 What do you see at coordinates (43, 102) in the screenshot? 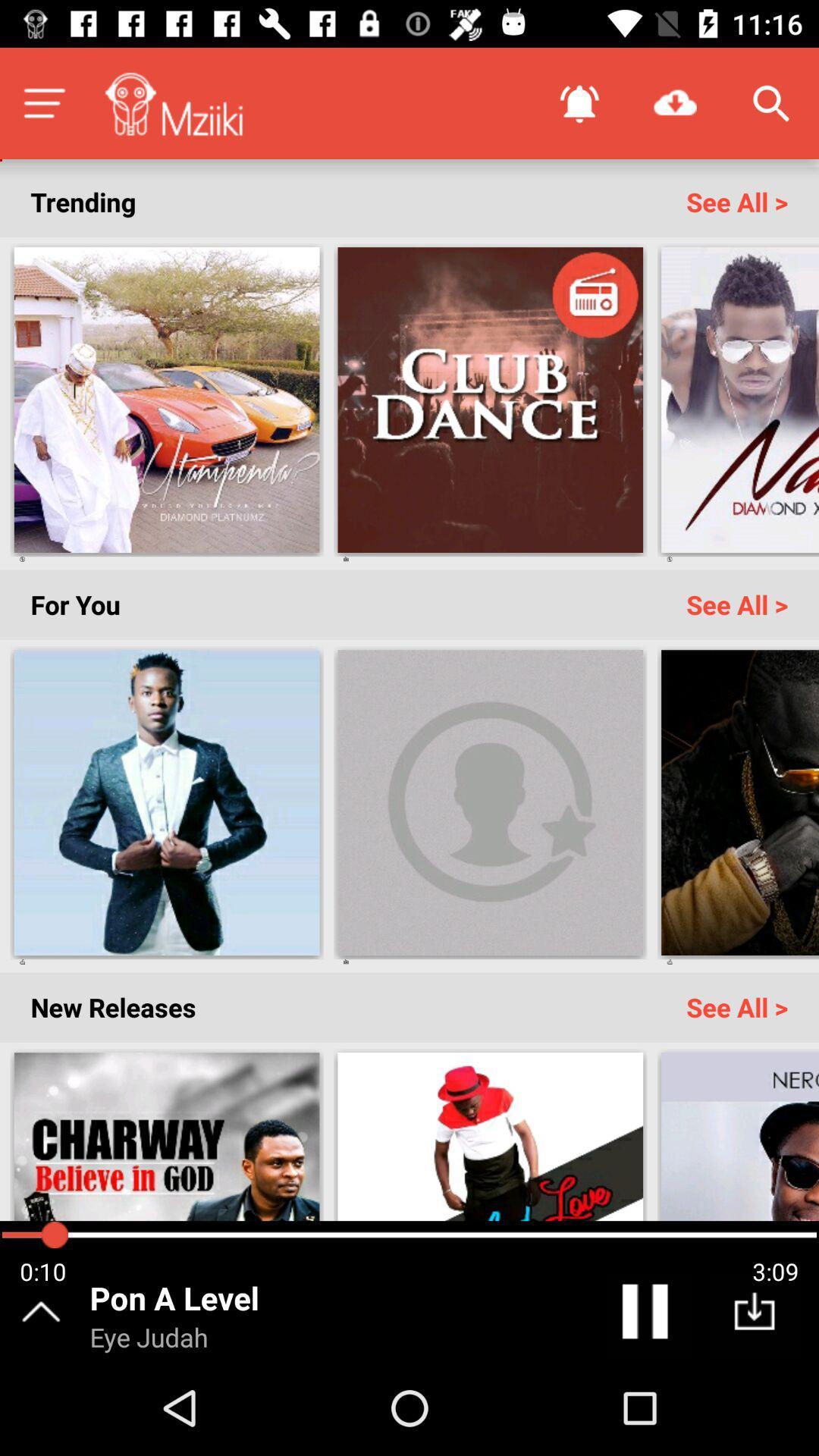
I see `menu tab` at bounding box center [43, 102].